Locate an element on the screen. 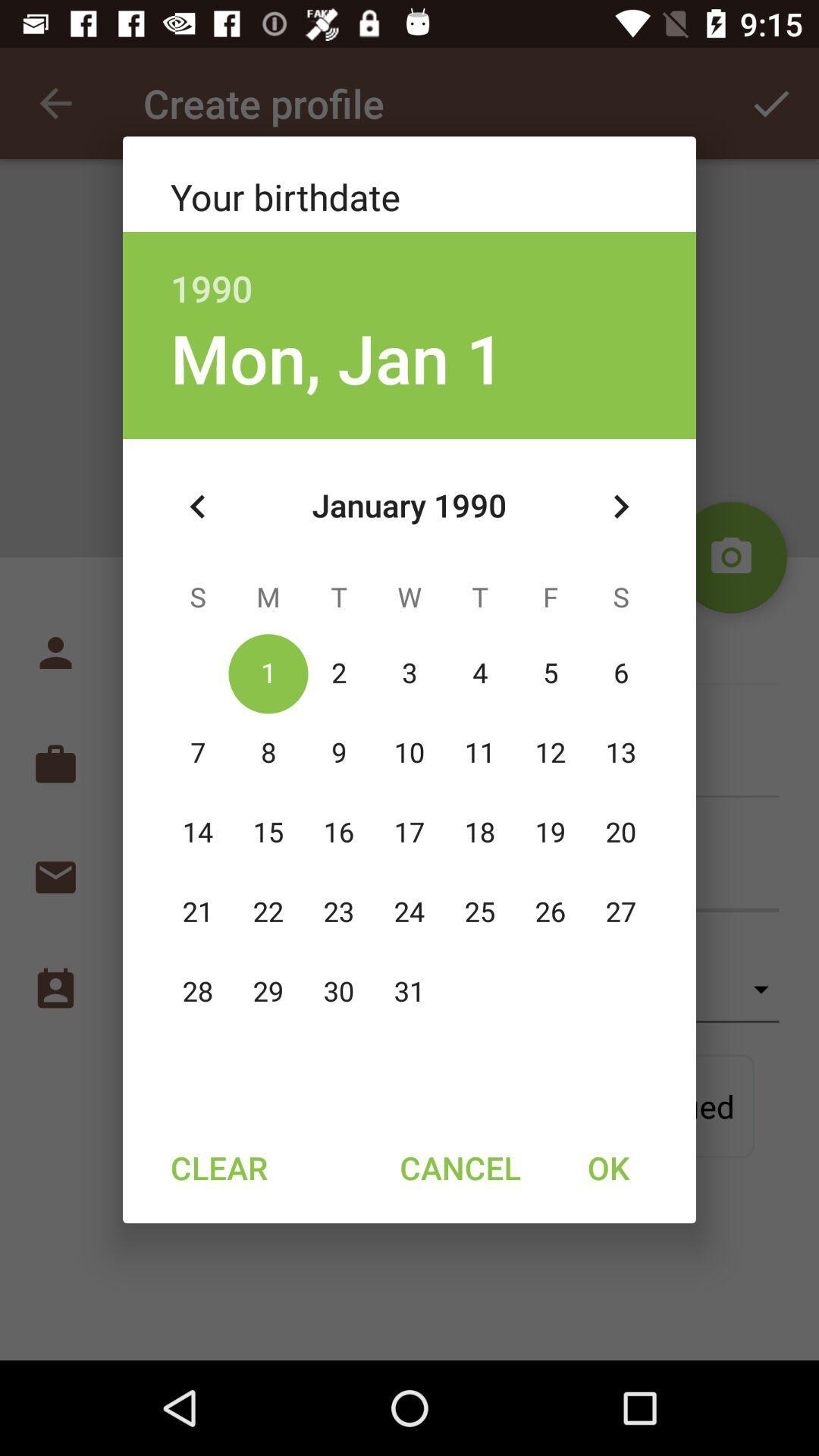  item above mon, jan 1 icon is located at coordinates (409, 272).